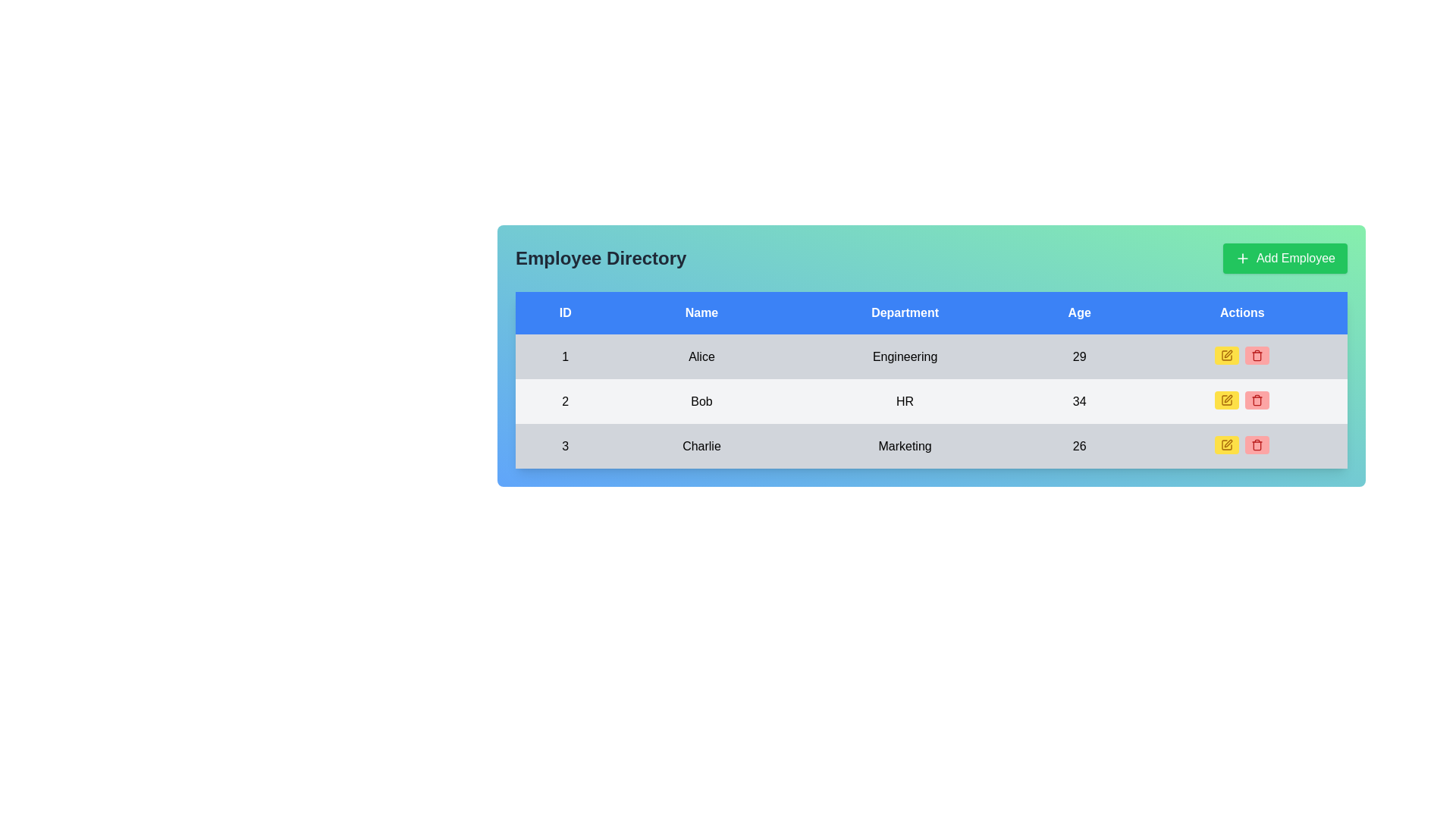 This screenshot has width=1456, height=819. I want to click on the square-shaped icon with rounded corners that represents a pen or writing tool, located in the 'Actions' column of the second row of the table, so click(1227, 400).